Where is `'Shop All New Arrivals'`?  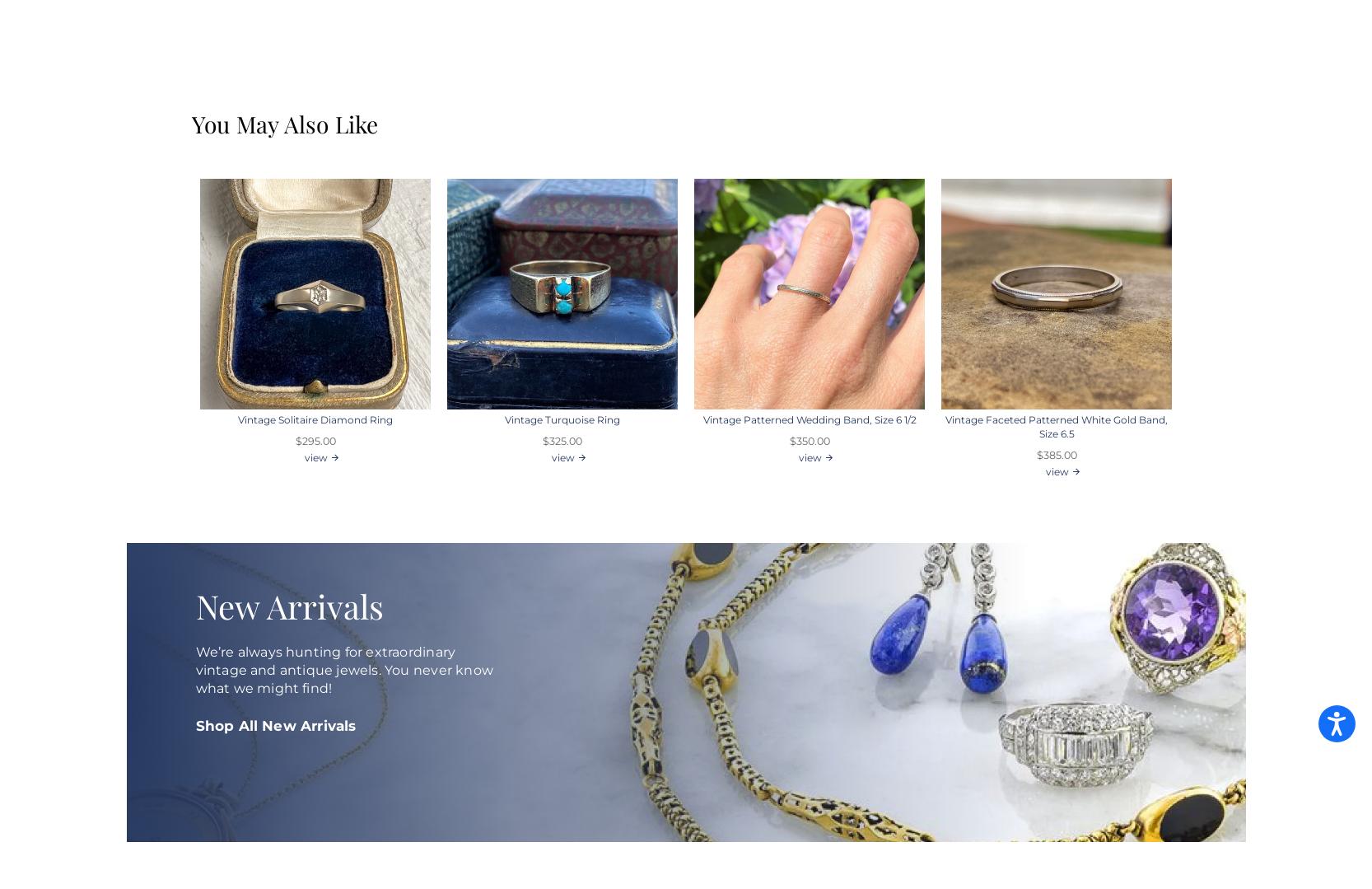 'Shop All New Arrivals' is located at coordinates (274, 725).